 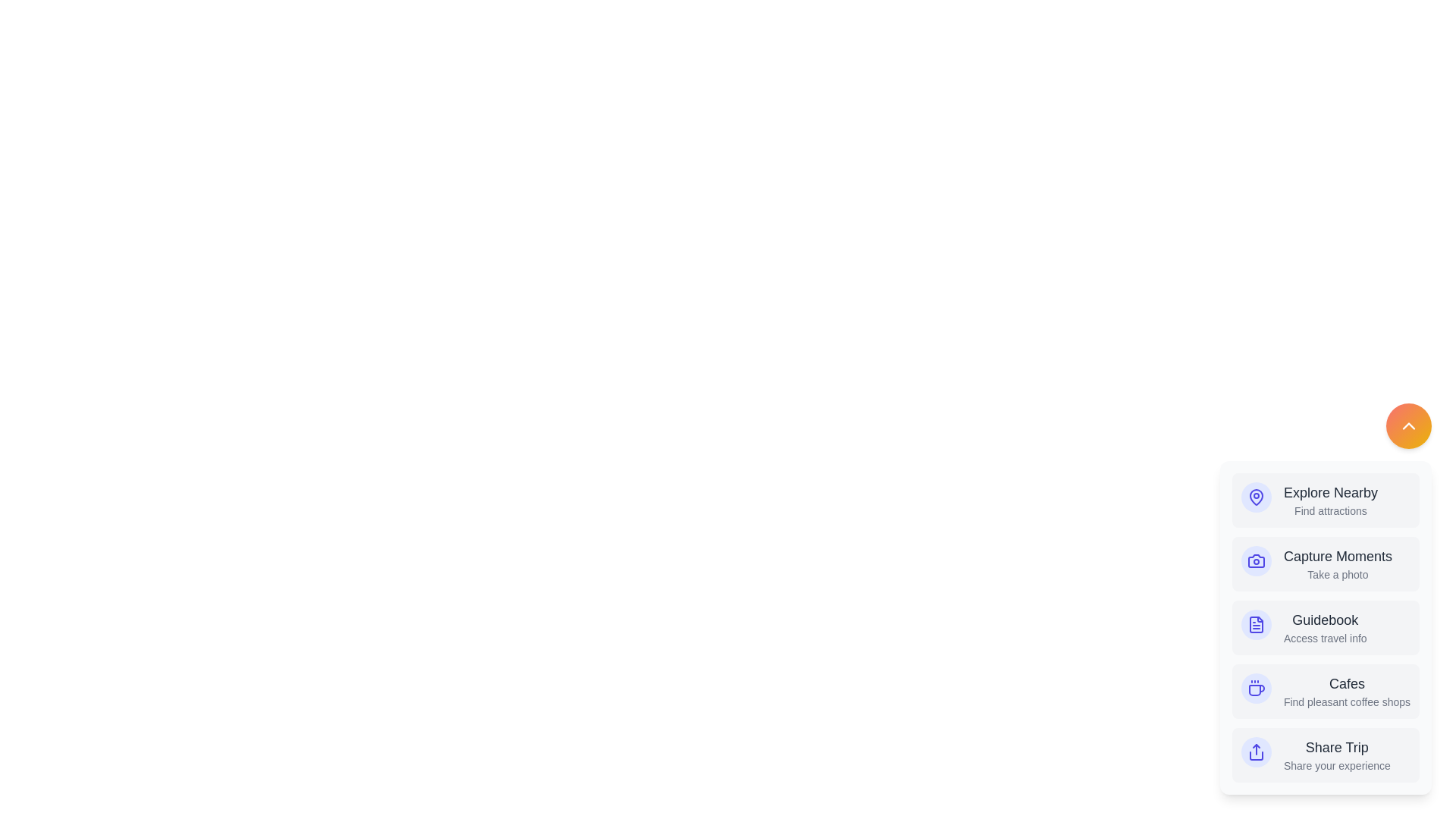 I want to click on the menu item Guidebook to perform the associated action, so click(x=1324, y=628).